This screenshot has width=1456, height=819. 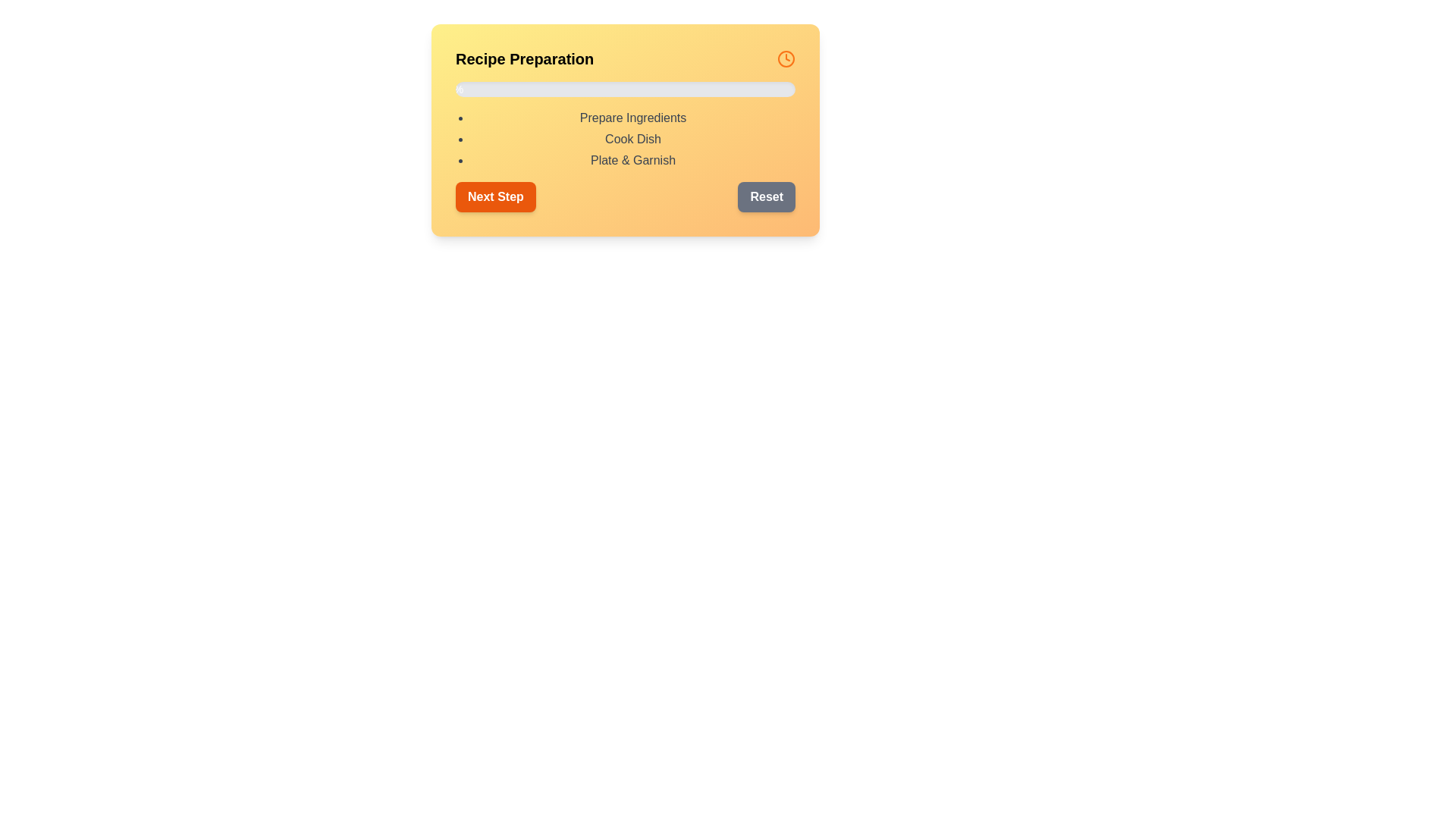 What do you see at coordinates (633, 117) in the screenshot?
I see `the 'Prepare Ingredients' text label, which is the first item in a vertical list under the 'Recipe Preparation' heading, styled in gray on an orange background` at bounding box center [633, 117].